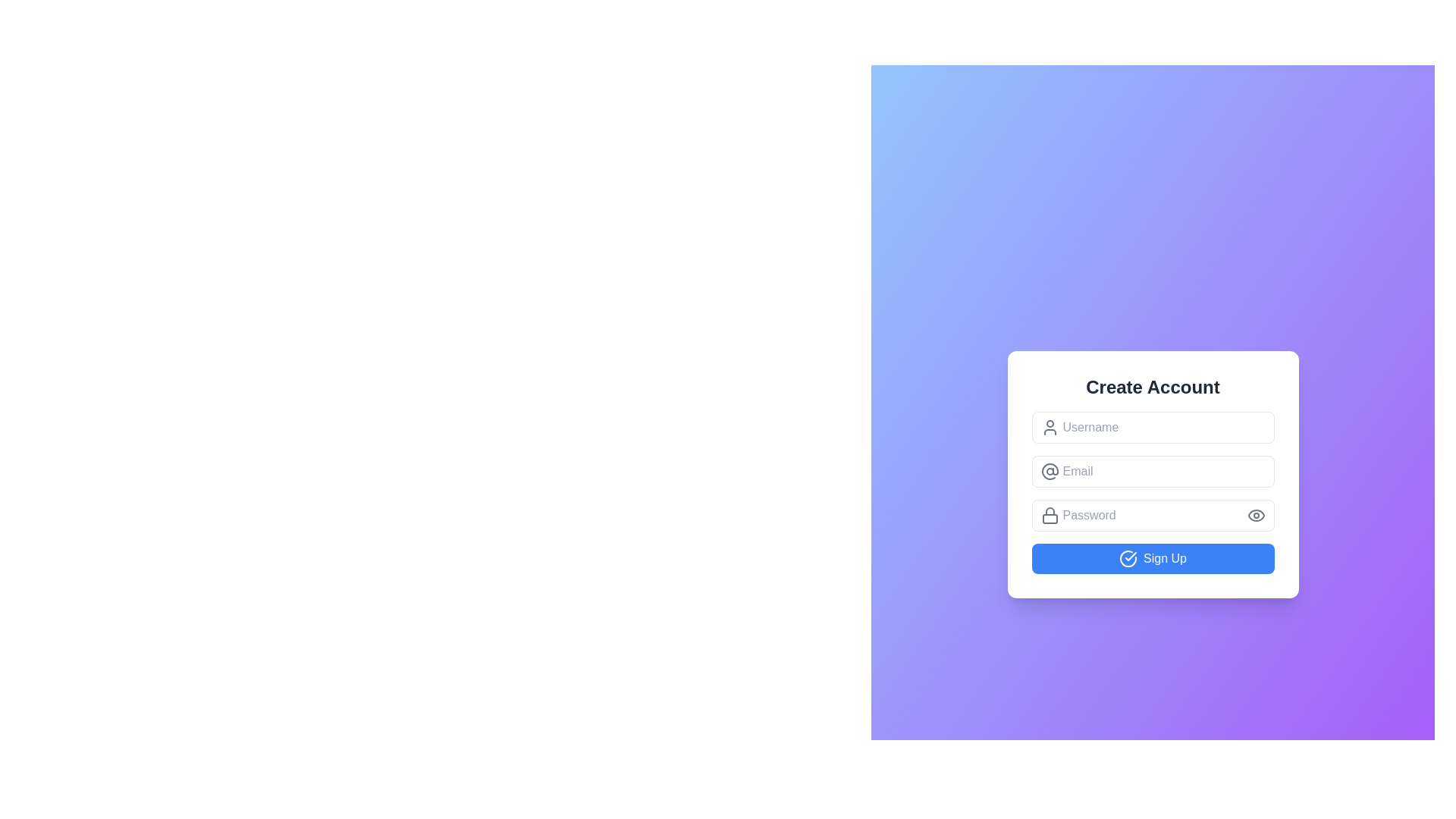  What do you see at coordinates (1153, 473) in the screenshot?
I see `the email input field, which is the second in a form layout, to focus on it` at bounding box center [1153, 473].